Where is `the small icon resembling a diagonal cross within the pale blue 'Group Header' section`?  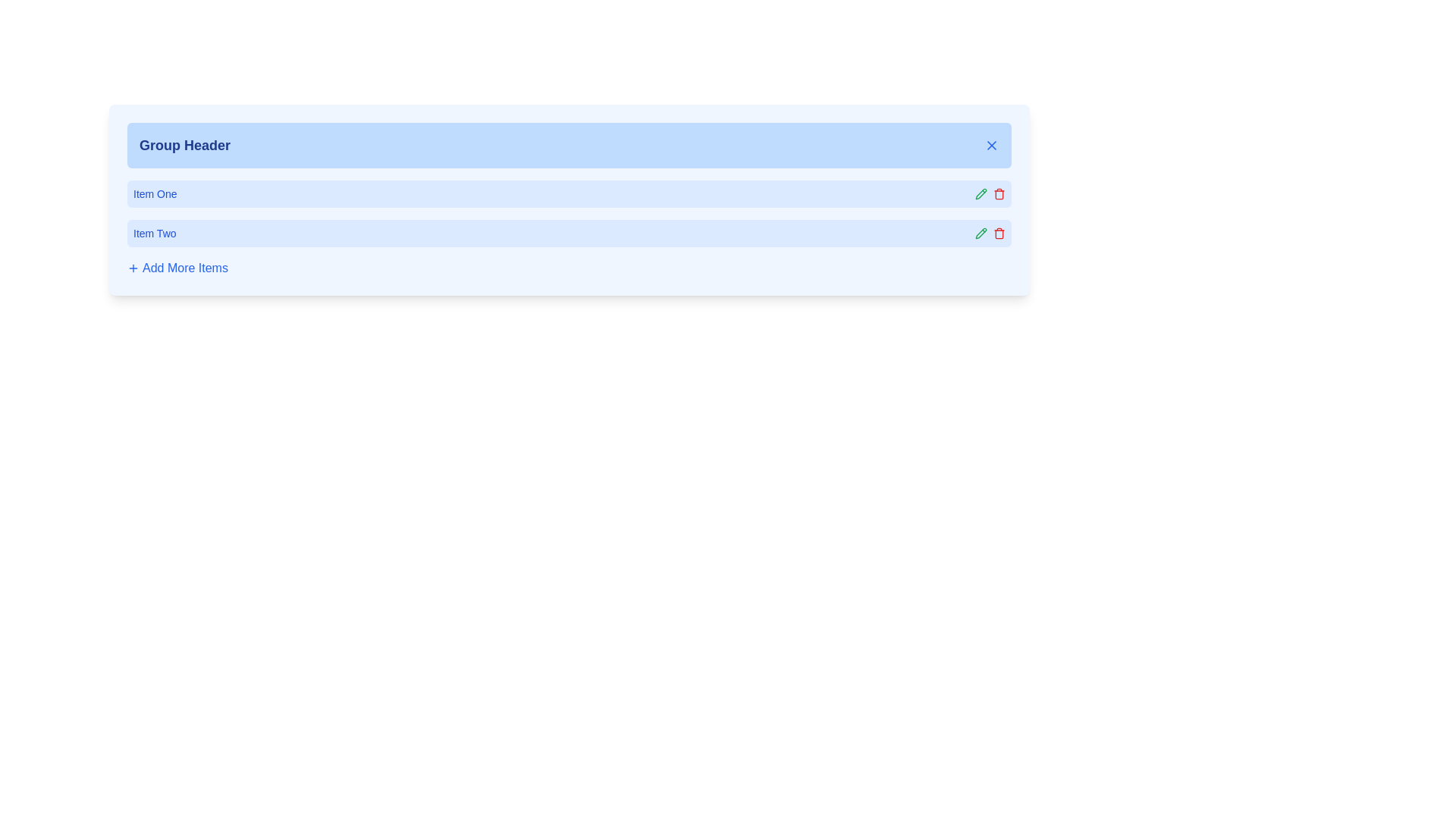 the small icon resembling a diagonal cross within the pale blue 'Group Header' section is located at coordinates (992, 146).